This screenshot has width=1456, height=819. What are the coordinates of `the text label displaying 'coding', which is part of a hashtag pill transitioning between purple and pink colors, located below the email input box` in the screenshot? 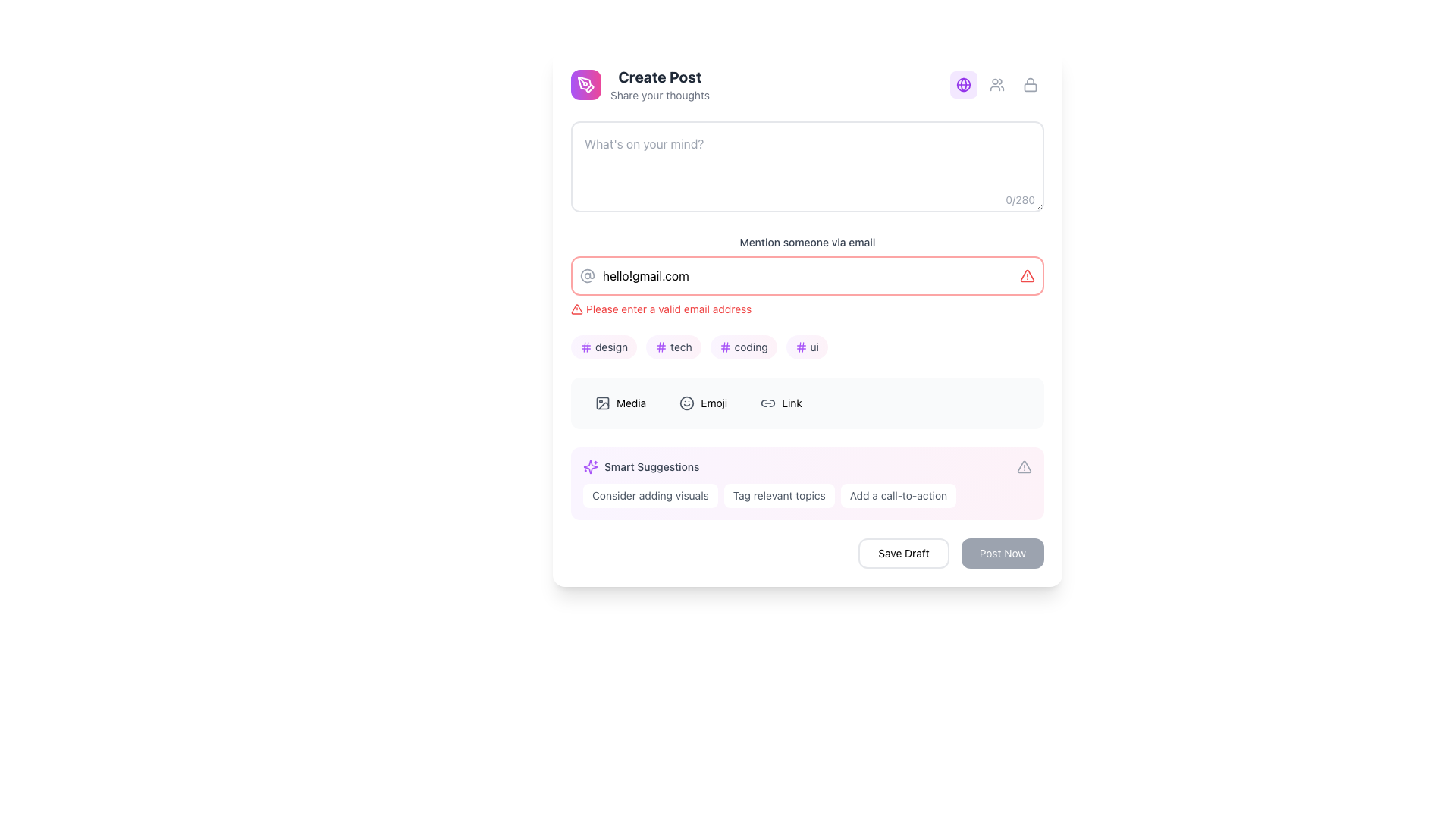 It's located at (751, 347).